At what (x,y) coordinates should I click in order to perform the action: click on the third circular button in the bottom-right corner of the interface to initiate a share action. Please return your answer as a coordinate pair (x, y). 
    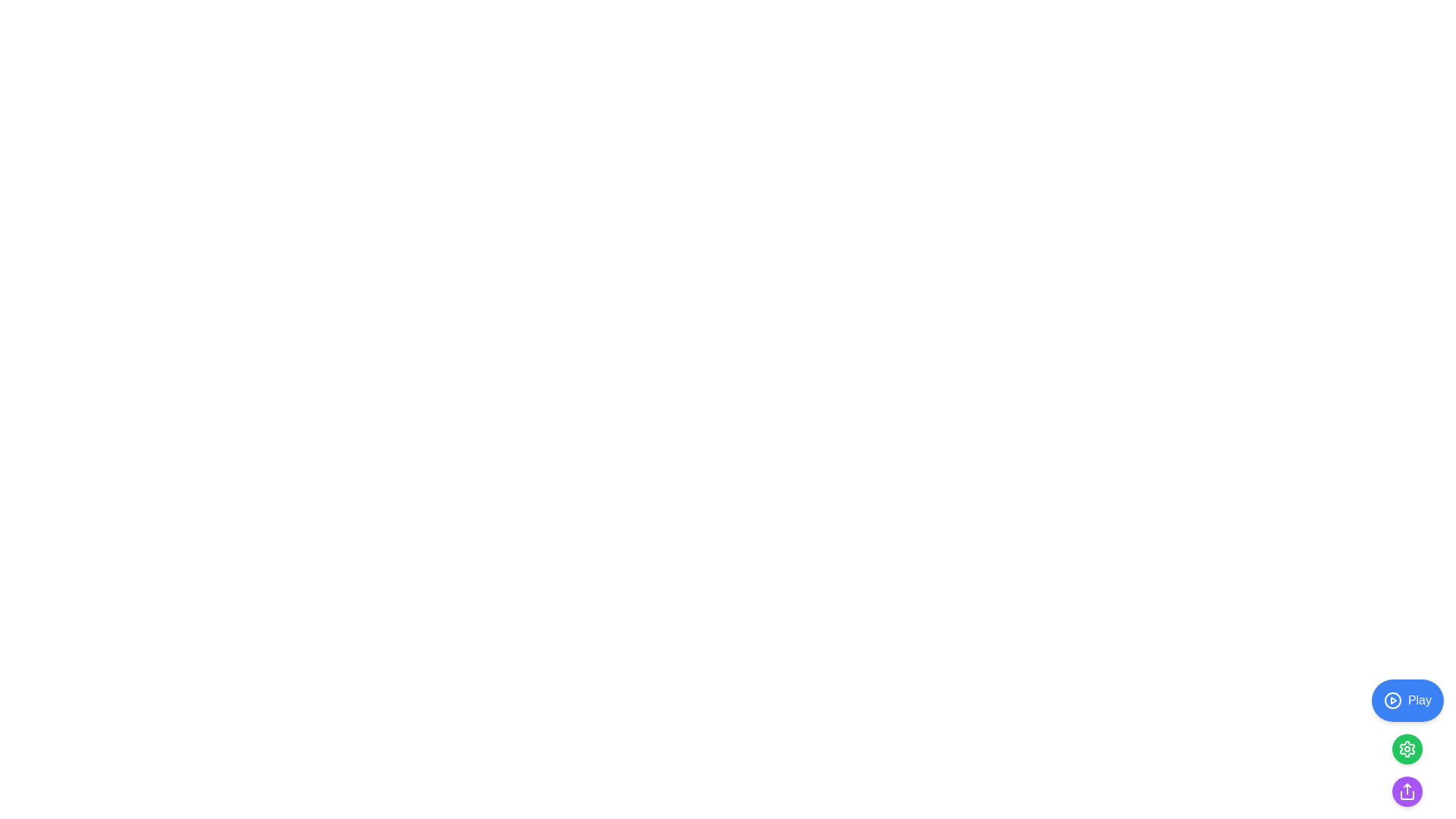
    Looking at the image, I should click on (1407, 791).